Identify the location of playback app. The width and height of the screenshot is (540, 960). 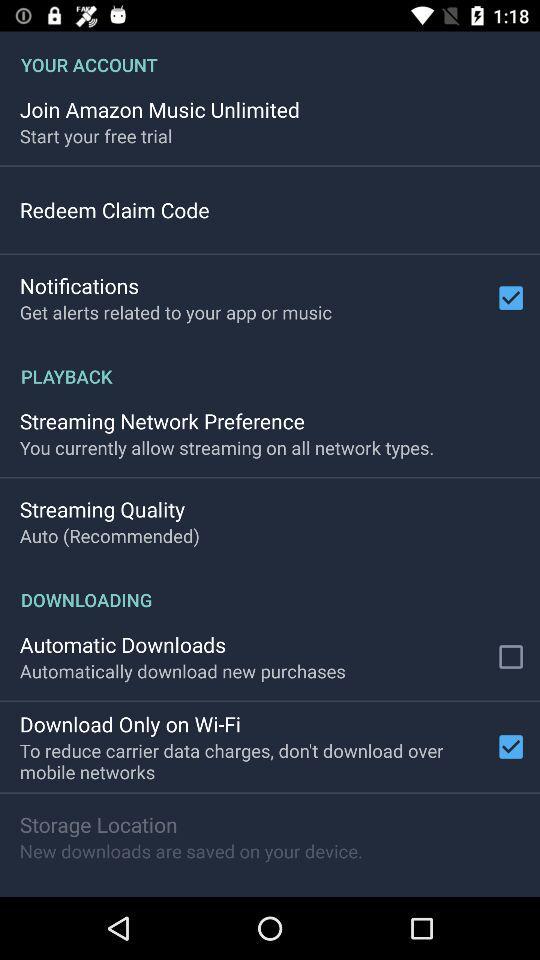
(270, 364).